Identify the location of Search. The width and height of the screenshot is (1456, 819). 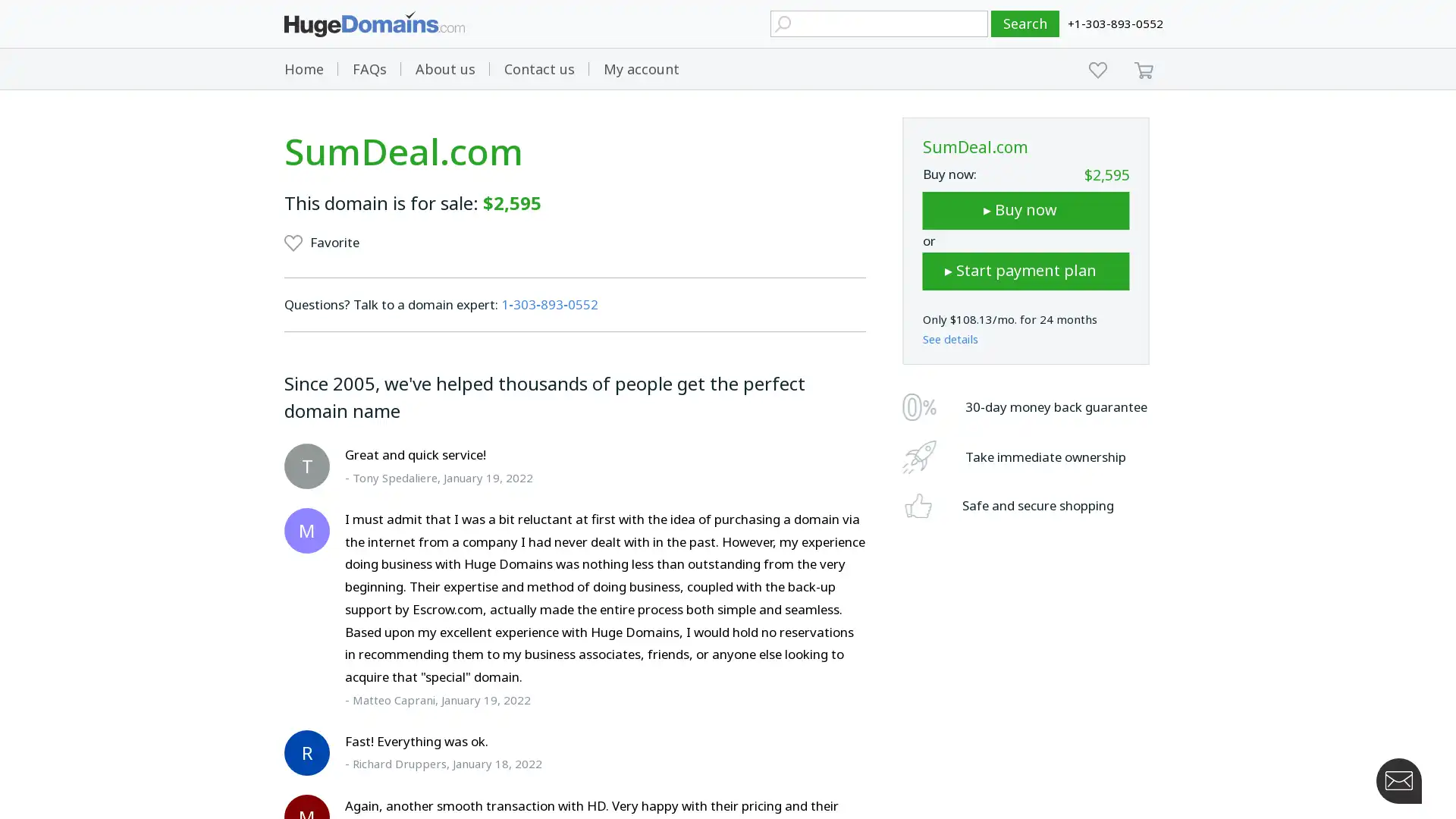
(1025, 24).